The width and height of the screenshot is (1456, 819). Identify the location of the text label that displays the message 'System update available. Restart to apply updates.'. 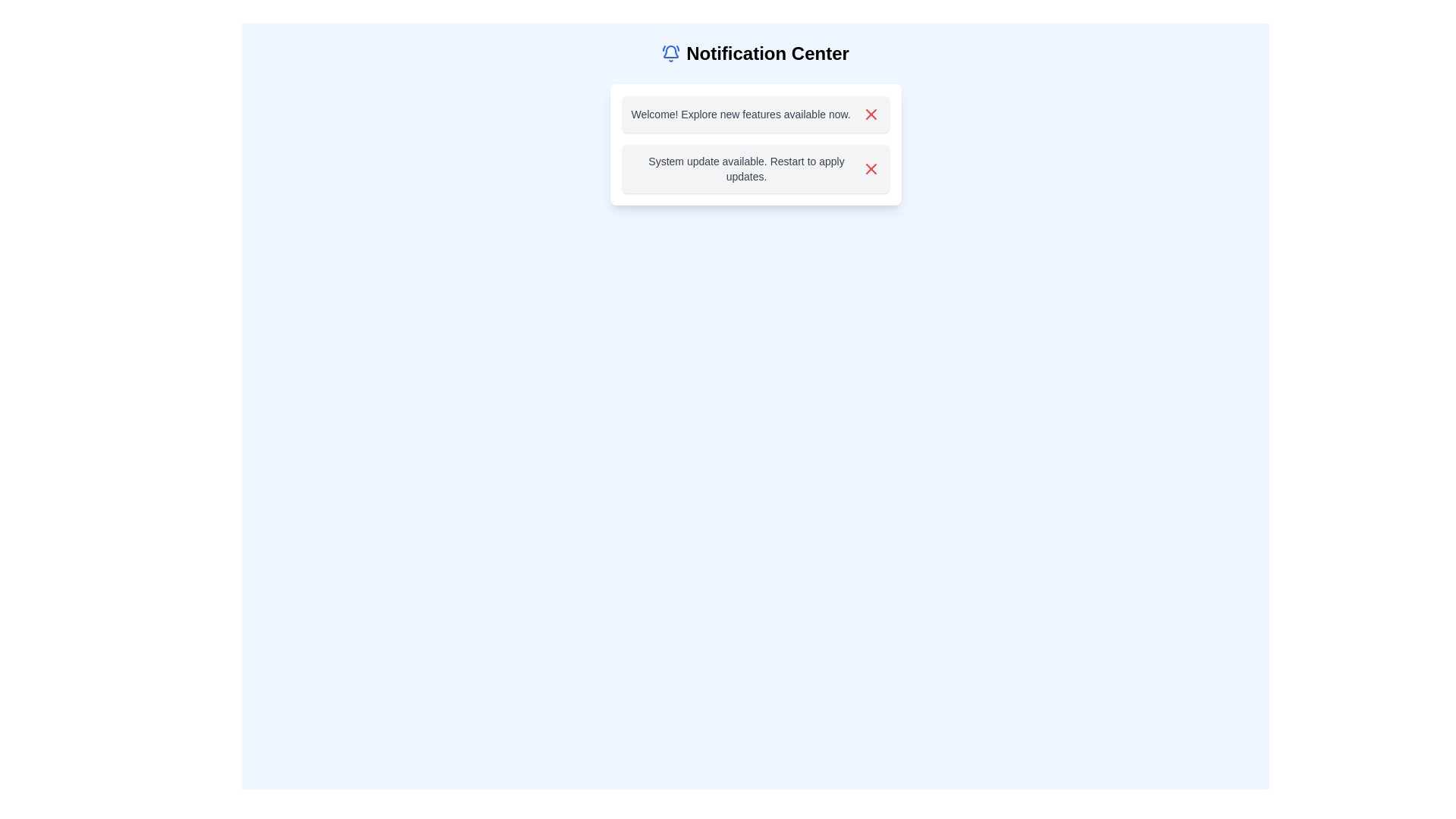
(746, 169).